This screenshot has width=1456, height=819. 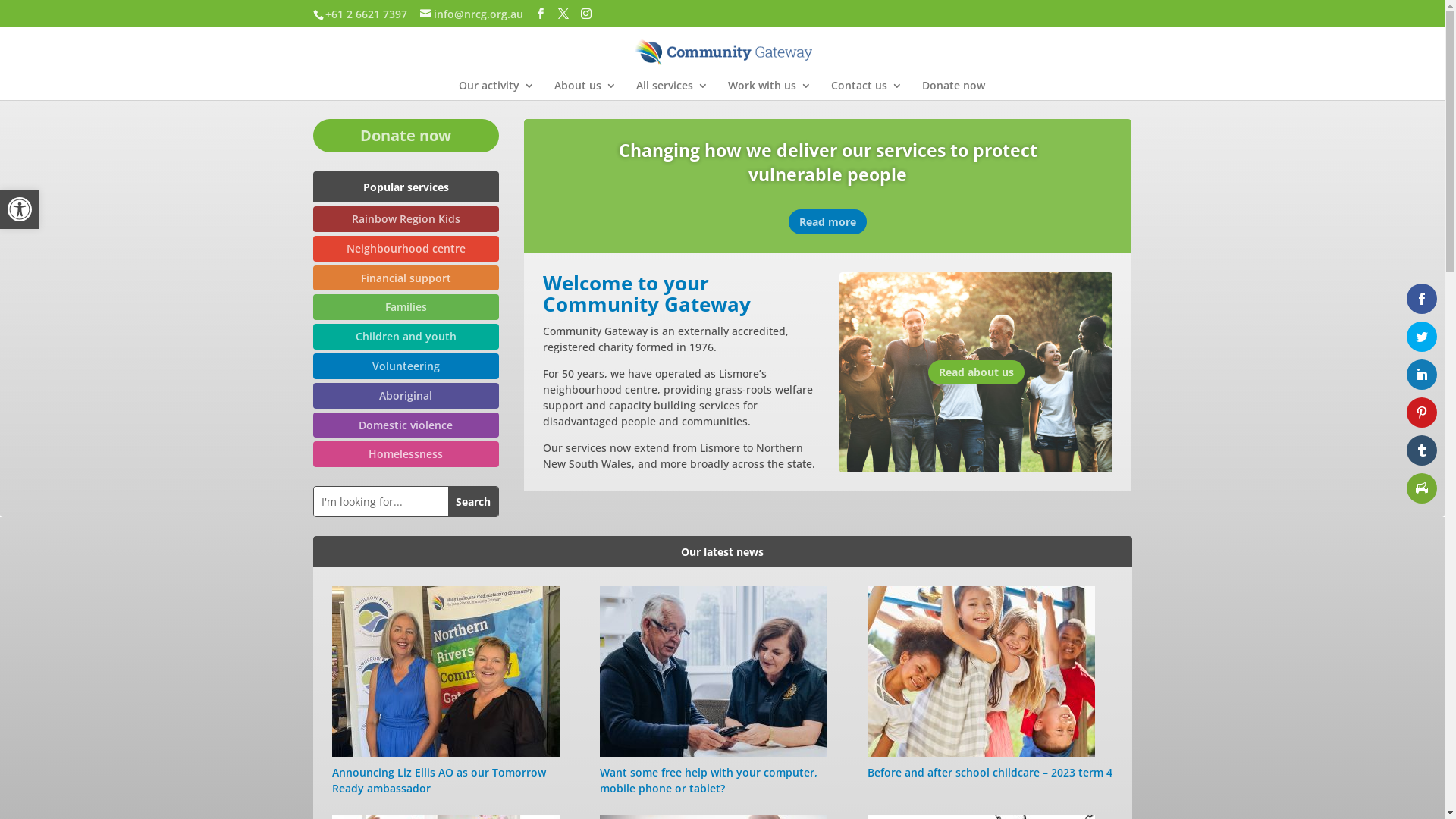 What do you see at coordinates (670, 90) in the screenshot?
I see `'All services'` at bounding box center [670, 90].